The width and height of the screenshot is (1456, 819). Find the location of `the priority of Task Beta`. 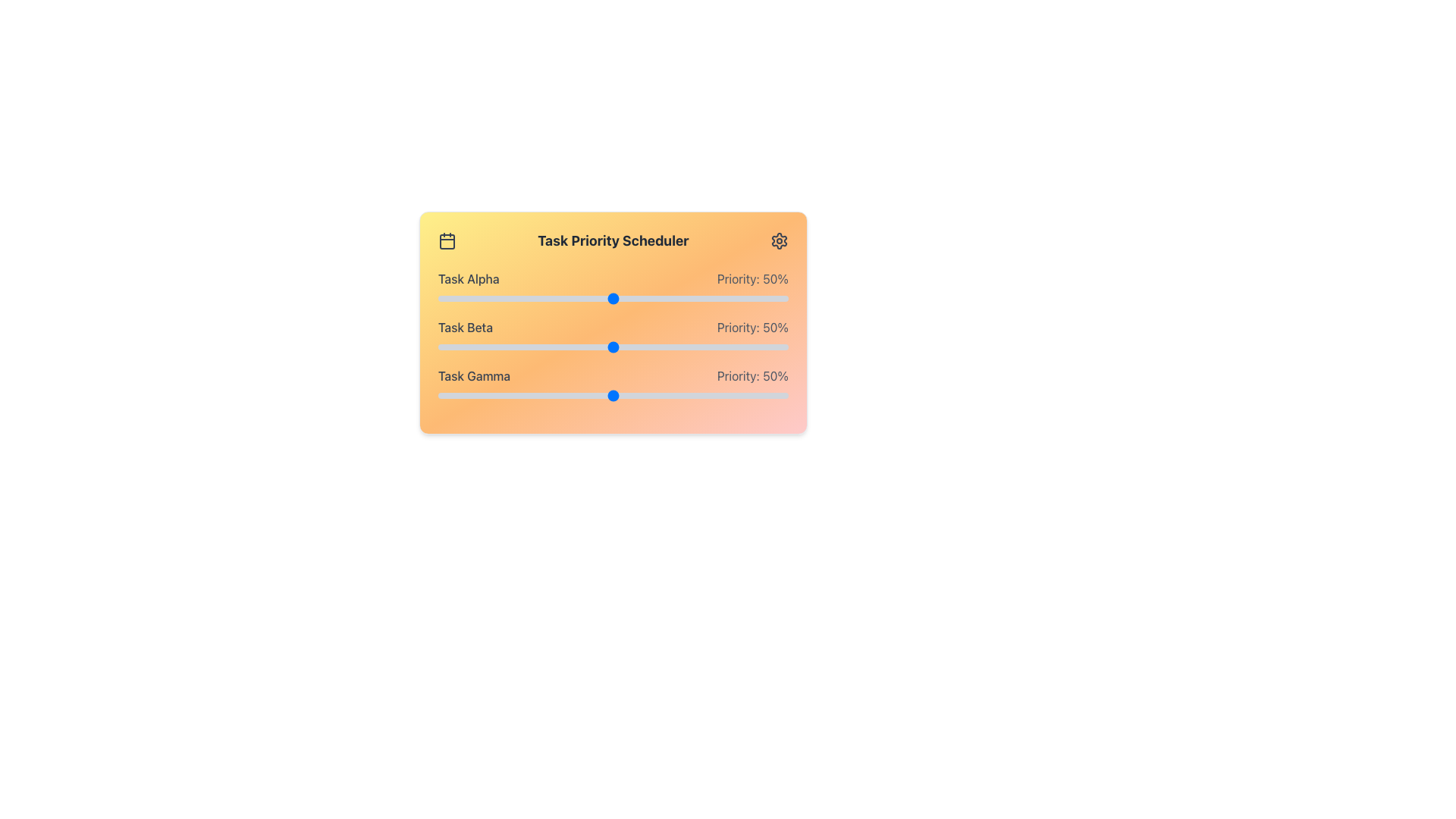

the priority of Task Beta is located at coordinates (491, 347).